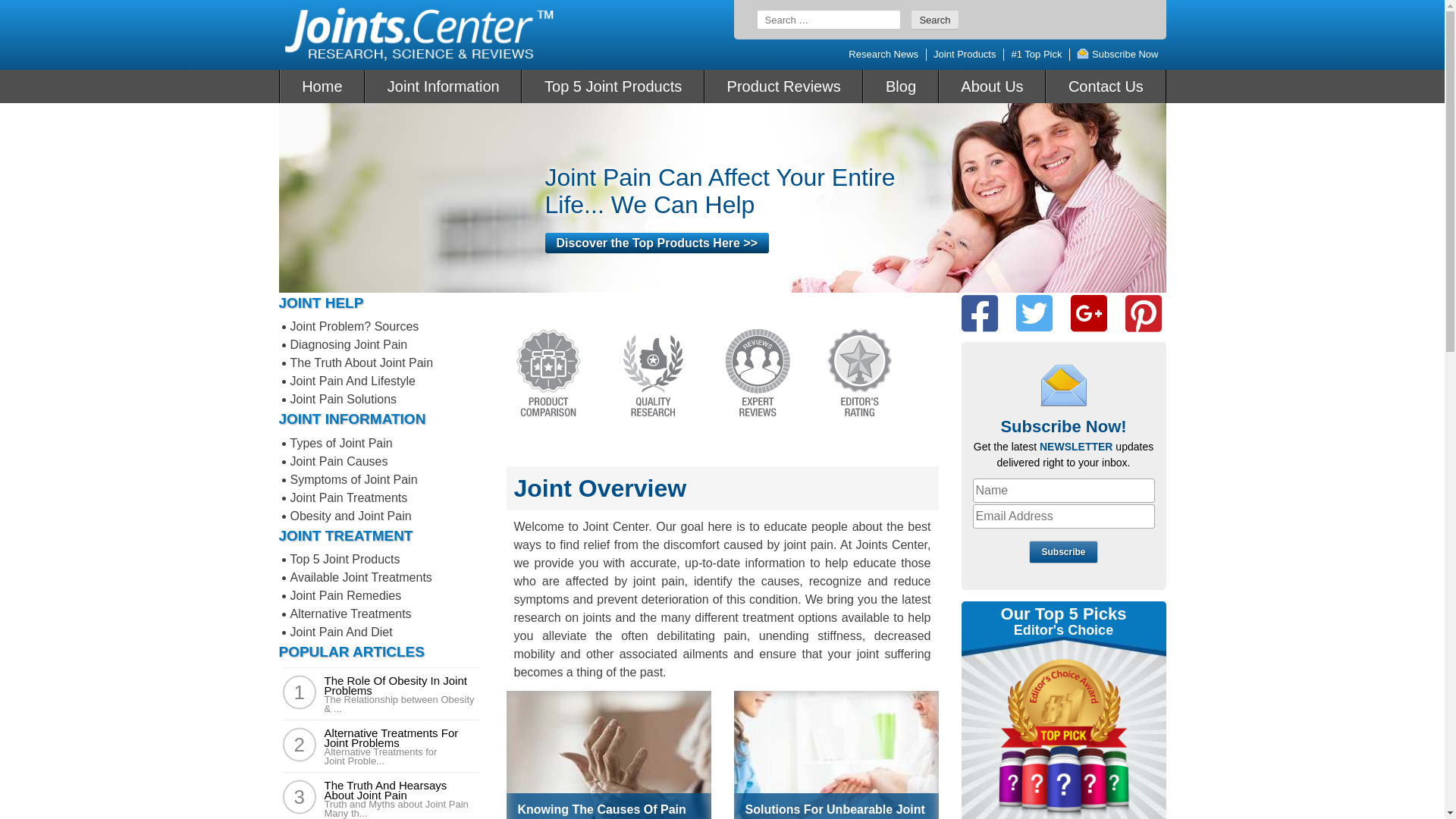 The image size is (1456, 819). What do you see at coordinates (1106, 86) in the screenshot?
I see `'Contact Us'` at bounding box center [1106, 86].